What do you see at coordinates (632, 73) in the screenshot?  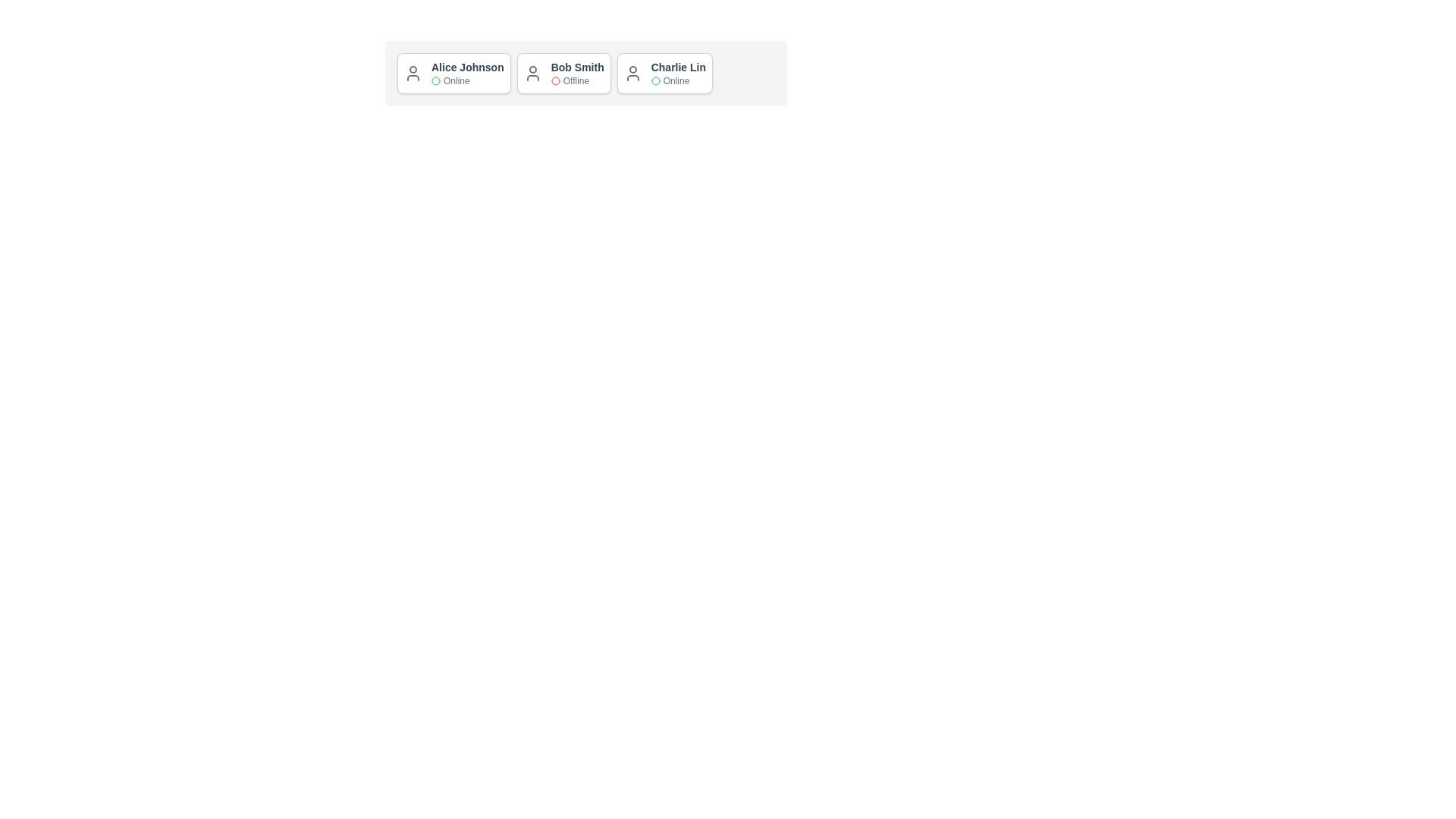 I see `the user icon corresponding to Charlie Lin` at bounding box center [632, 73].